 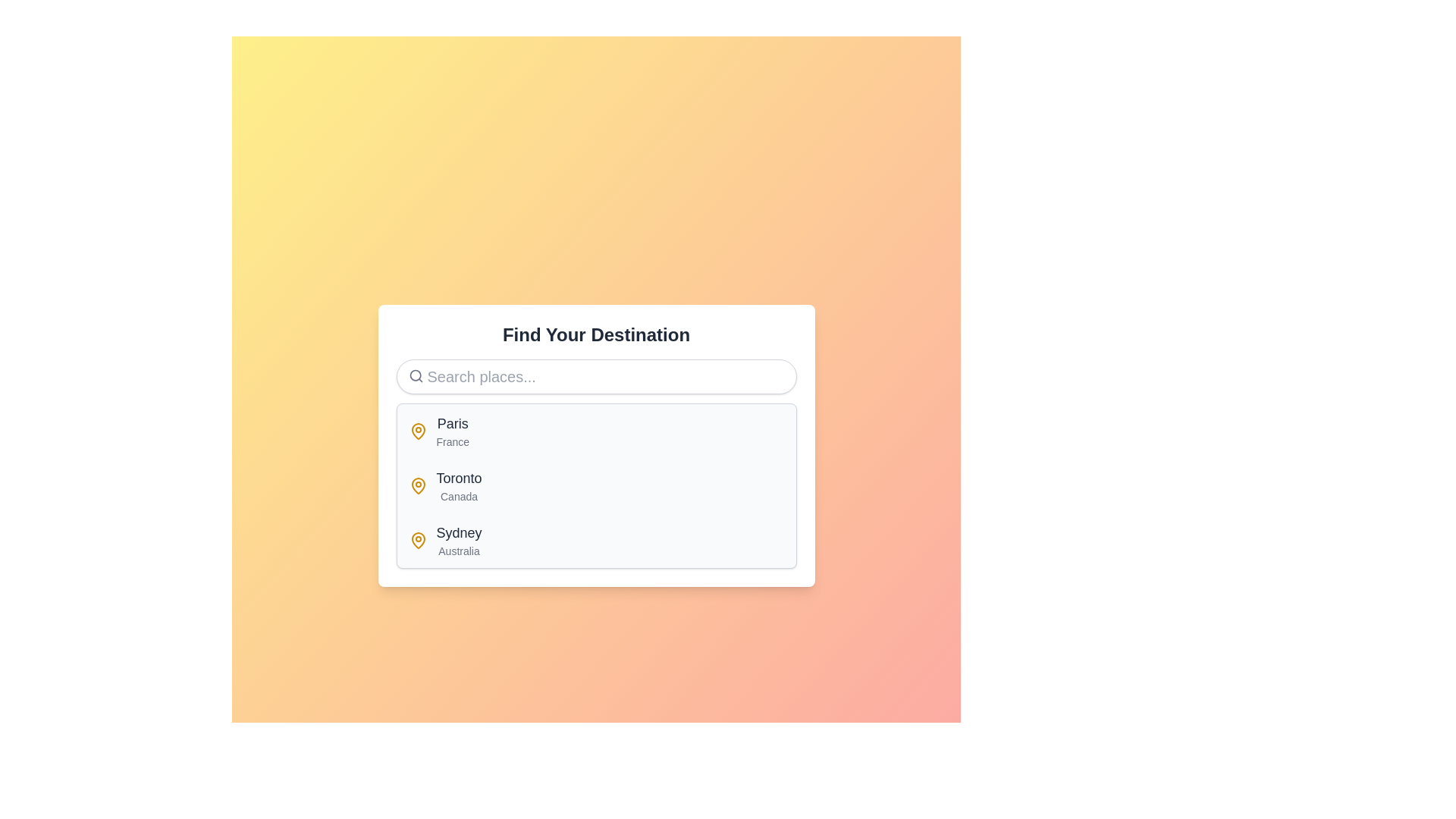 I want to click on the text label that displays 'Paris', which is styled in bold gray and is positioned at the top-left of a vertical list of destinations, so click(x=452, y=424).